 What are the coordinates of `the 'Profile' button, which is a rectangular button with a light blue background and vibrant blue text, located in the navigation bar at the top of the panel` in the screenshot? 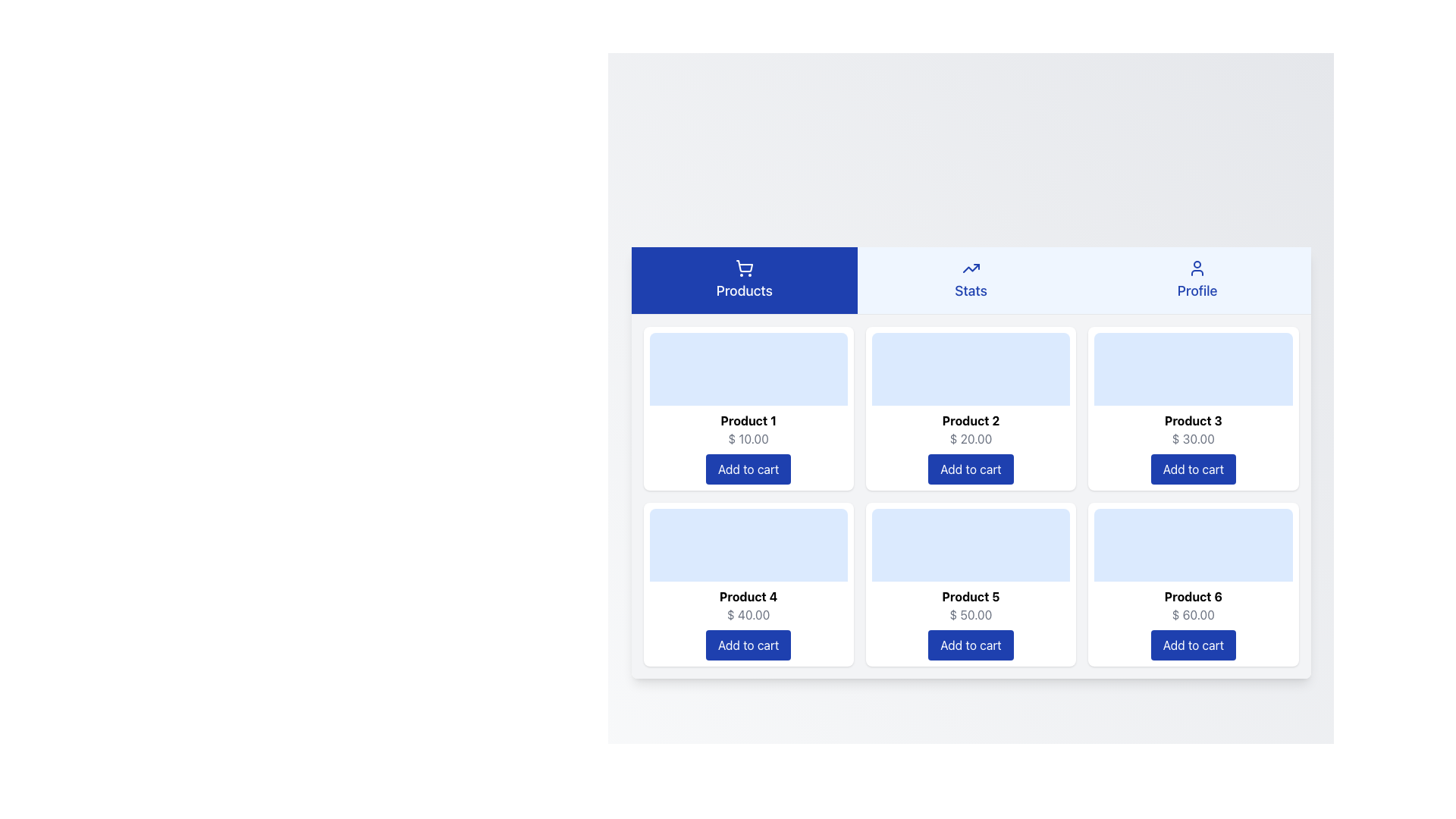 It's located at (1197, 280).